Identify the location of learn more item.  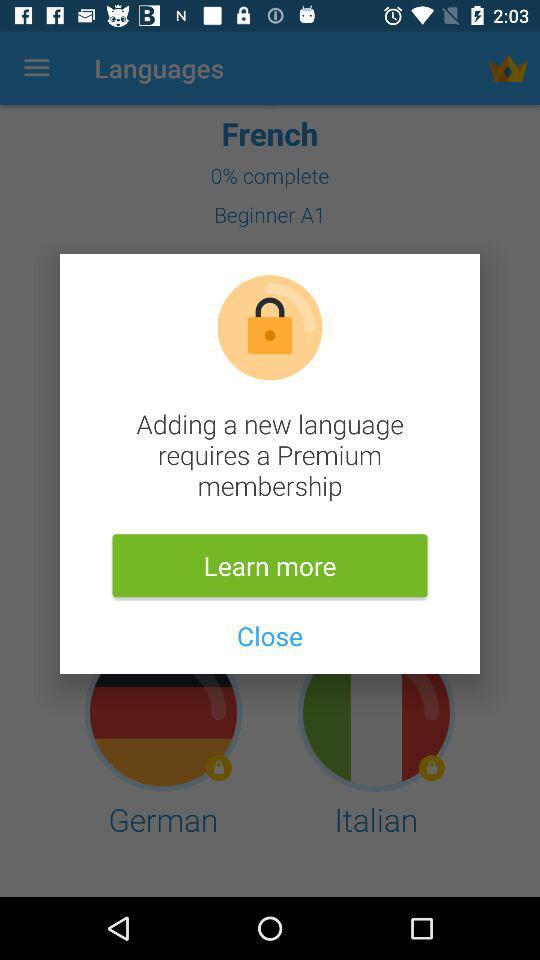
(270, 565).